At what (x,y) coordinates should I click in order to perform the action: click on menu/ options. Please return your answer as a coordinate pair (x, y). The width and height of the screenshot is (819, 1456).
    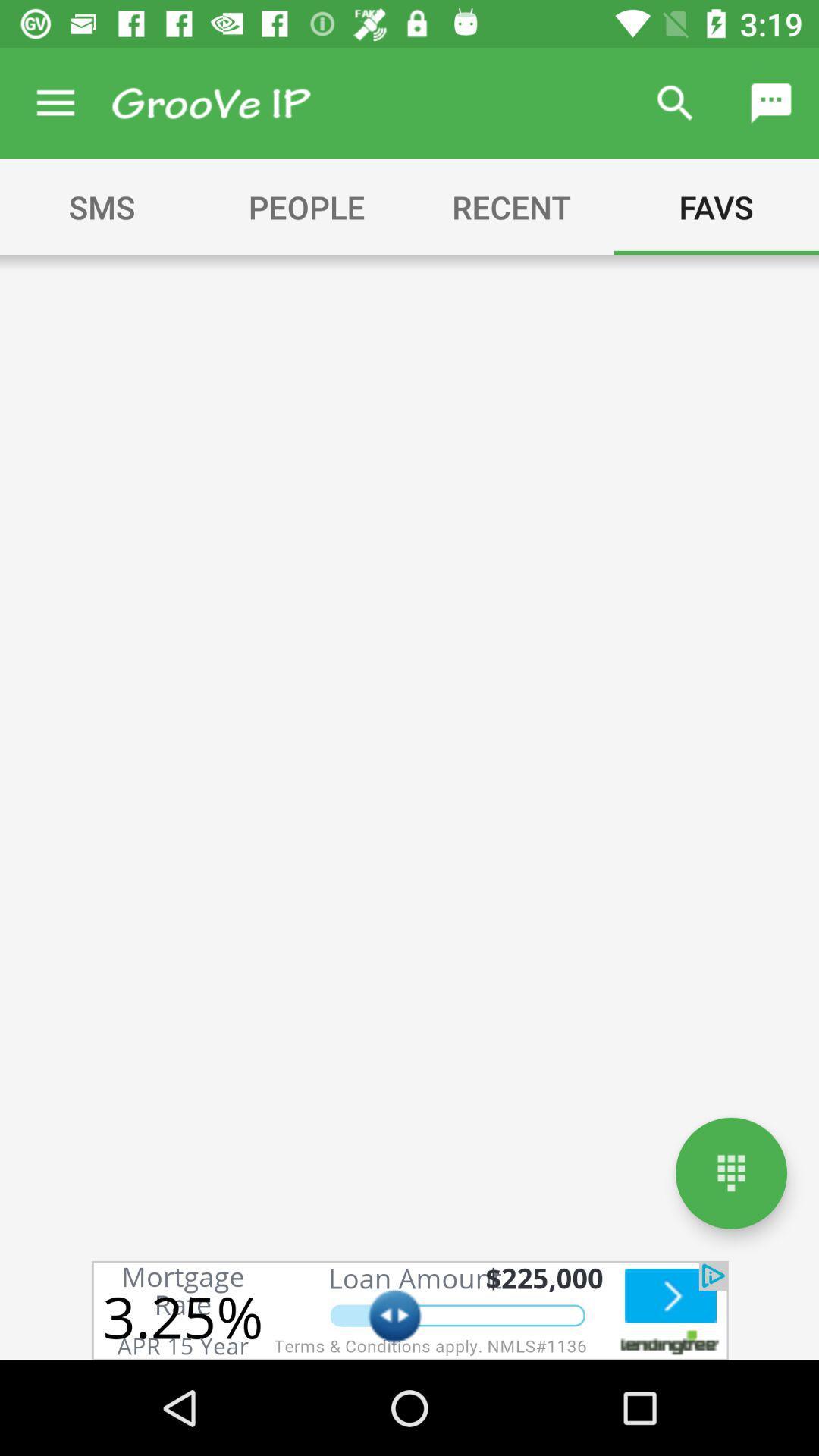
    Looking at the image, I should click on (730, 1172).